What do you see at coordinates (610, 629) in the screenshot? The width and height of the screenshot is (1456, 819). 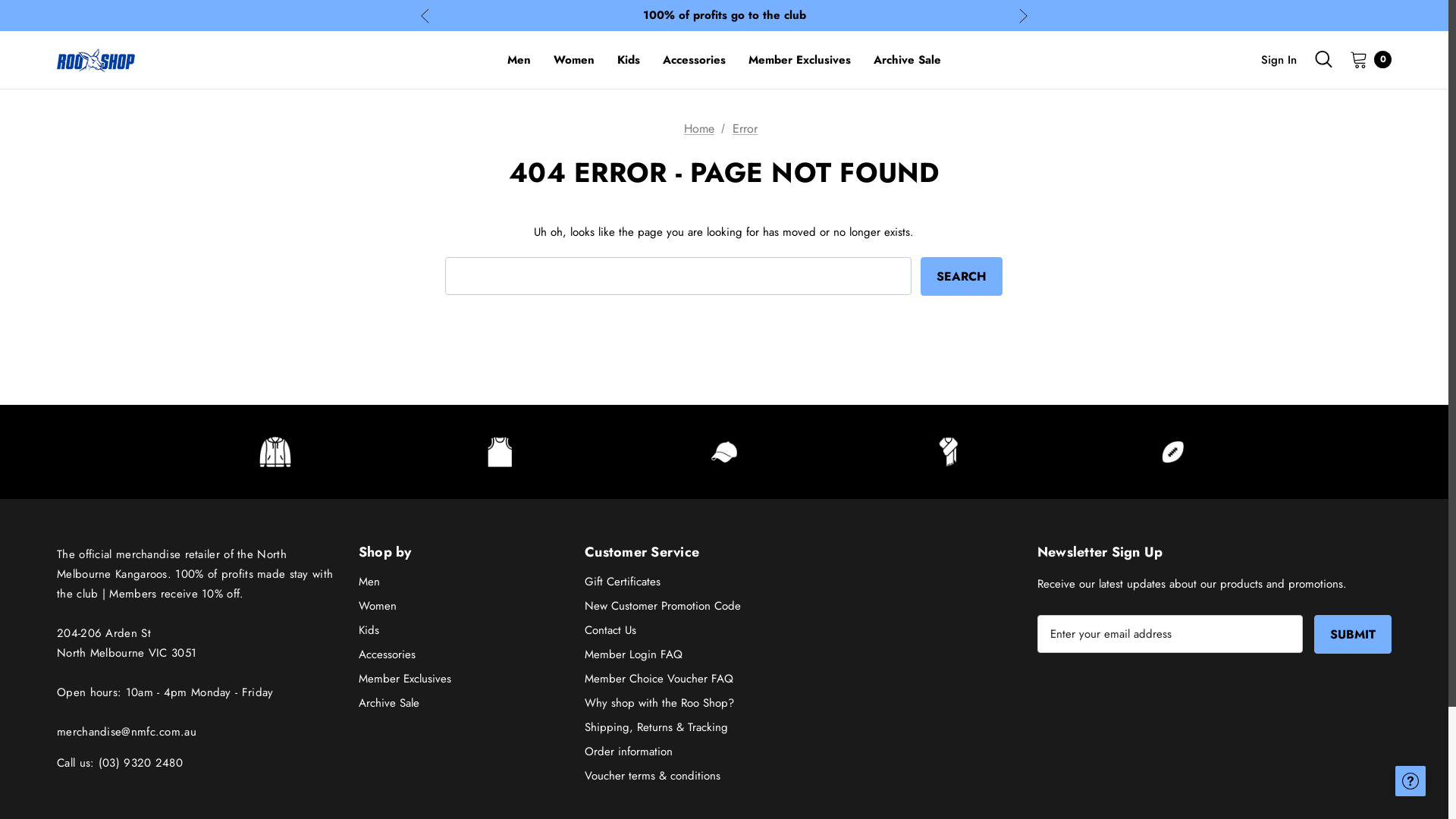 I see `'Contact Us'` at bounding box center [610, 629].